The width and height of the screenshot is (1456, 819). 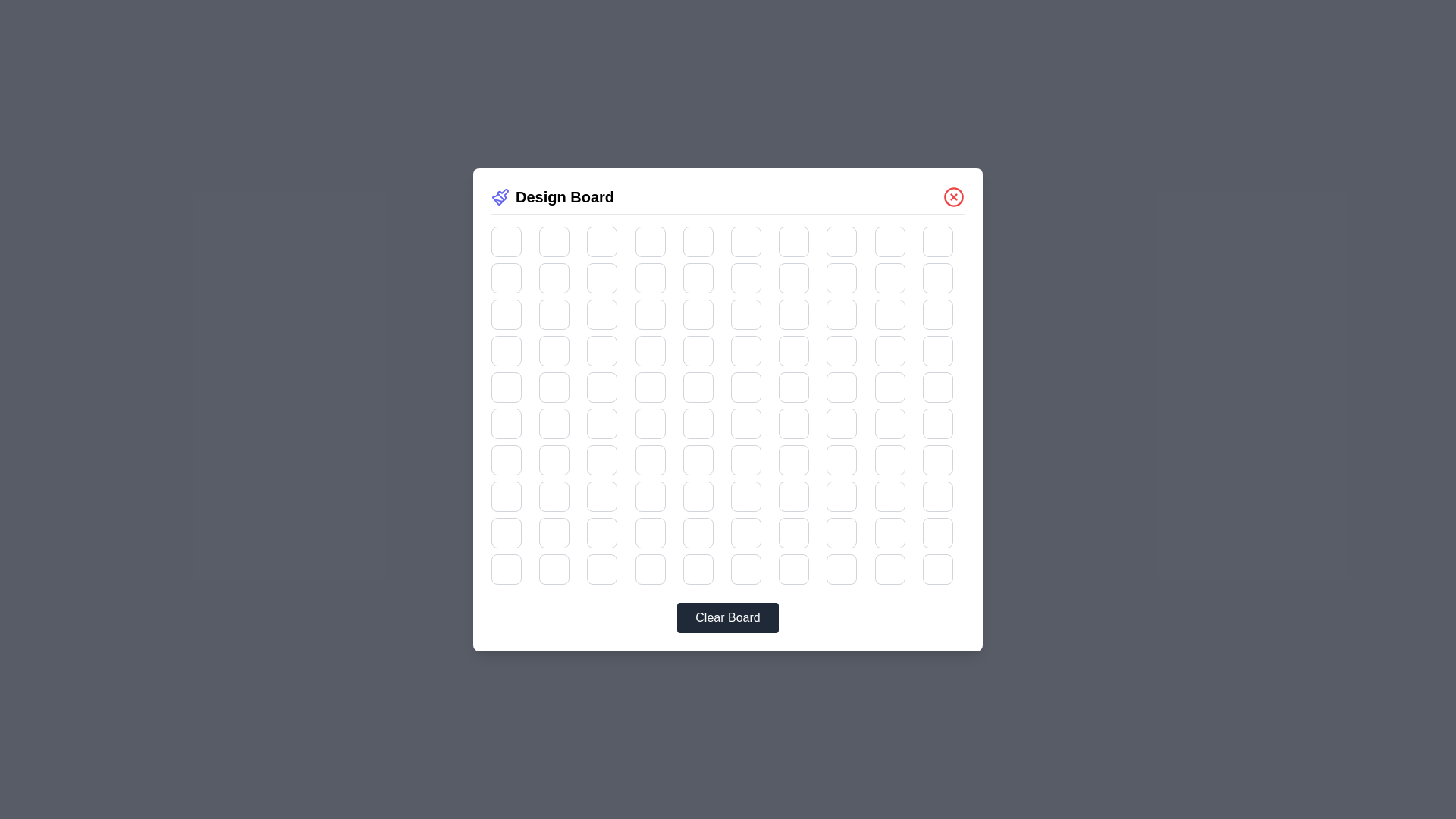 What do you see at coordinates (952, 196) in the screenshot?
I see `close button to close the board` at bounding box center [952, 196].